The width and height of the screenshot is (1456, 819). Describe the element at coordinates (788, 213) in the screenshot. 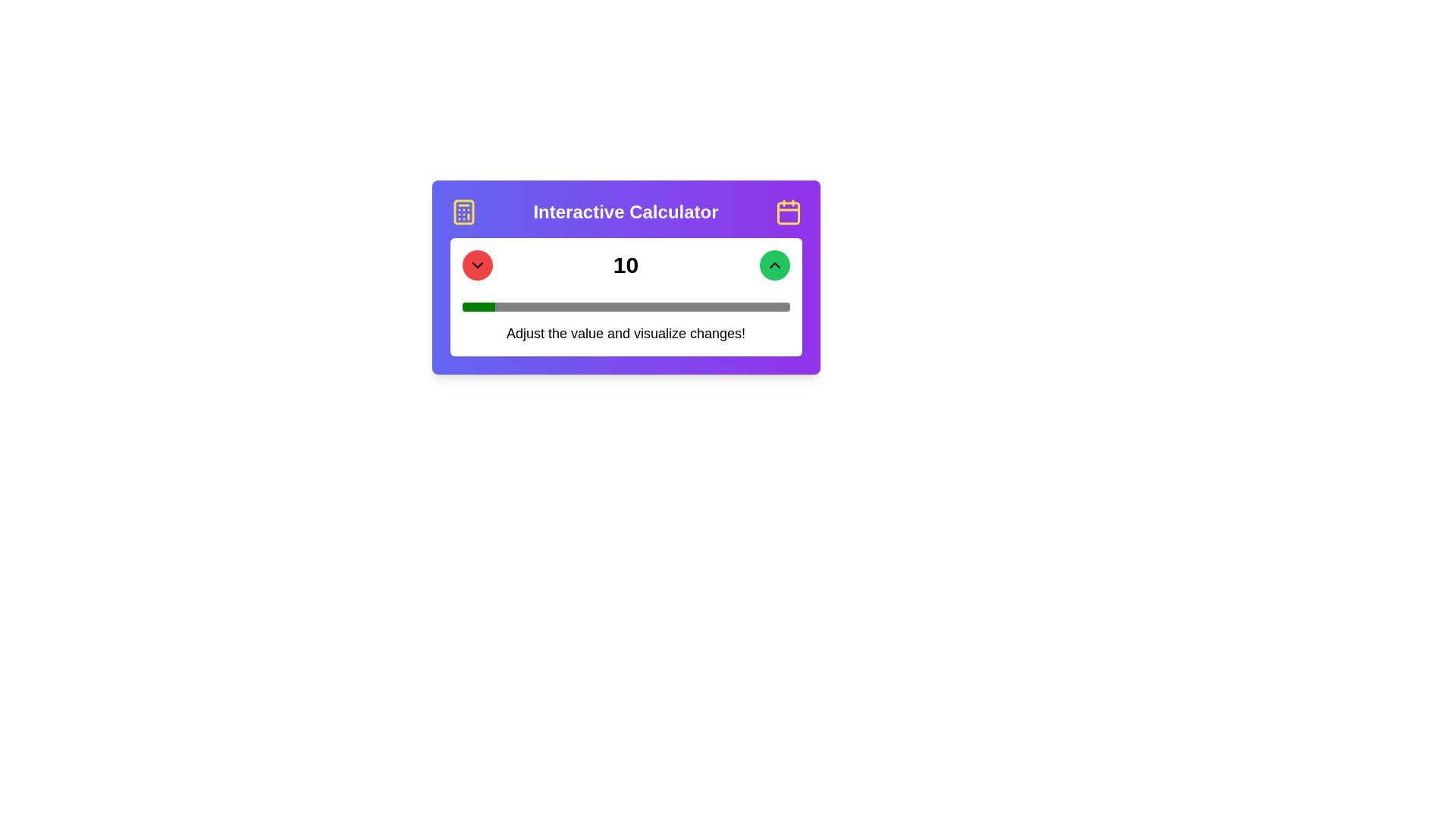

I see `the square-shaped icon background with rounded corners` at that location.